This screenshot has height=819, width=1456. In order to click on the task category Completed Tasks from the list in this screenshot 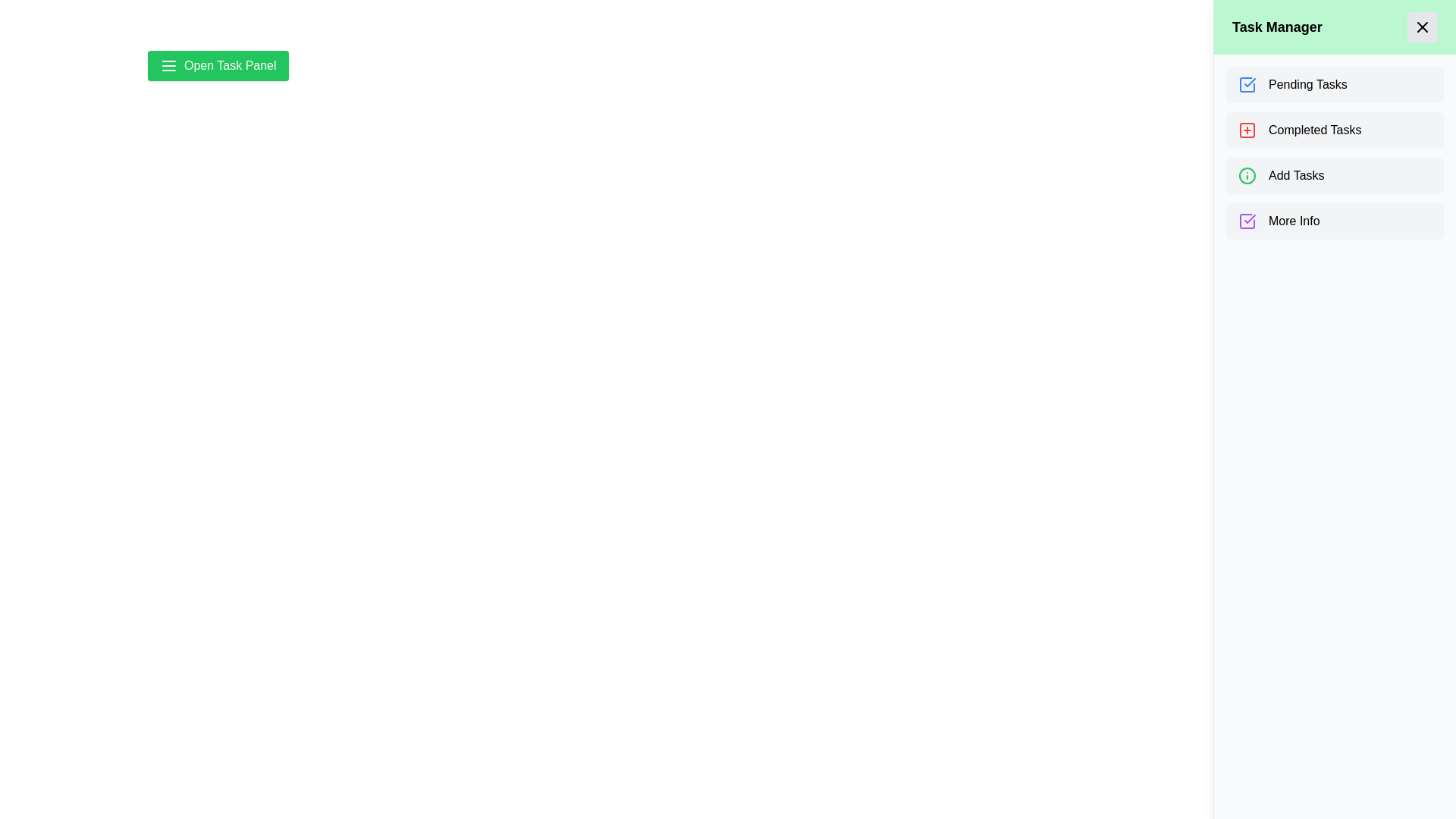, I will do `click(1335, 130)`.